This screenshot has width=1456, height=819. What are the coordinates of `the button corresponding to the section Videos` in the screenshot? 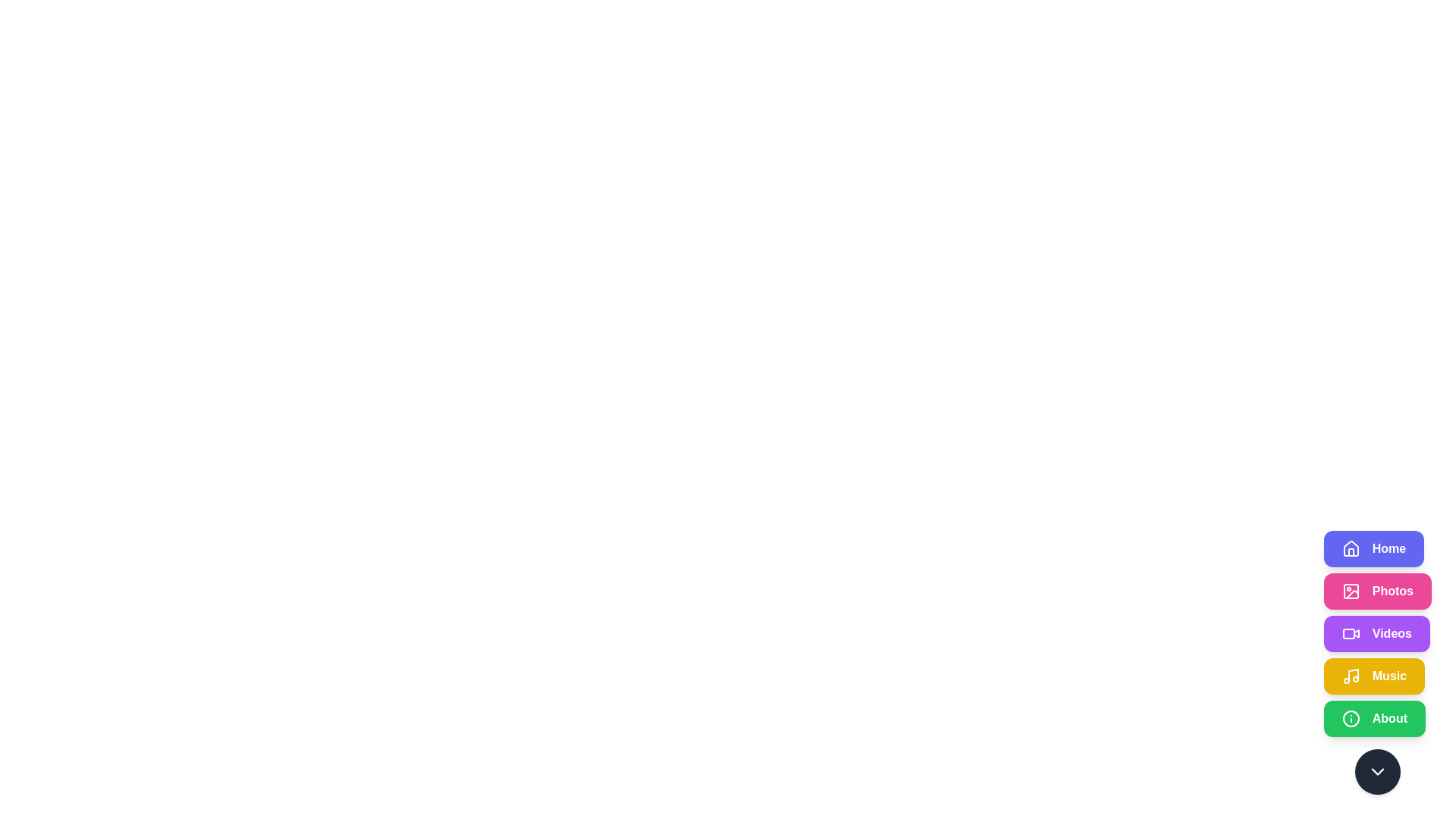 It's located at (1376, 634).